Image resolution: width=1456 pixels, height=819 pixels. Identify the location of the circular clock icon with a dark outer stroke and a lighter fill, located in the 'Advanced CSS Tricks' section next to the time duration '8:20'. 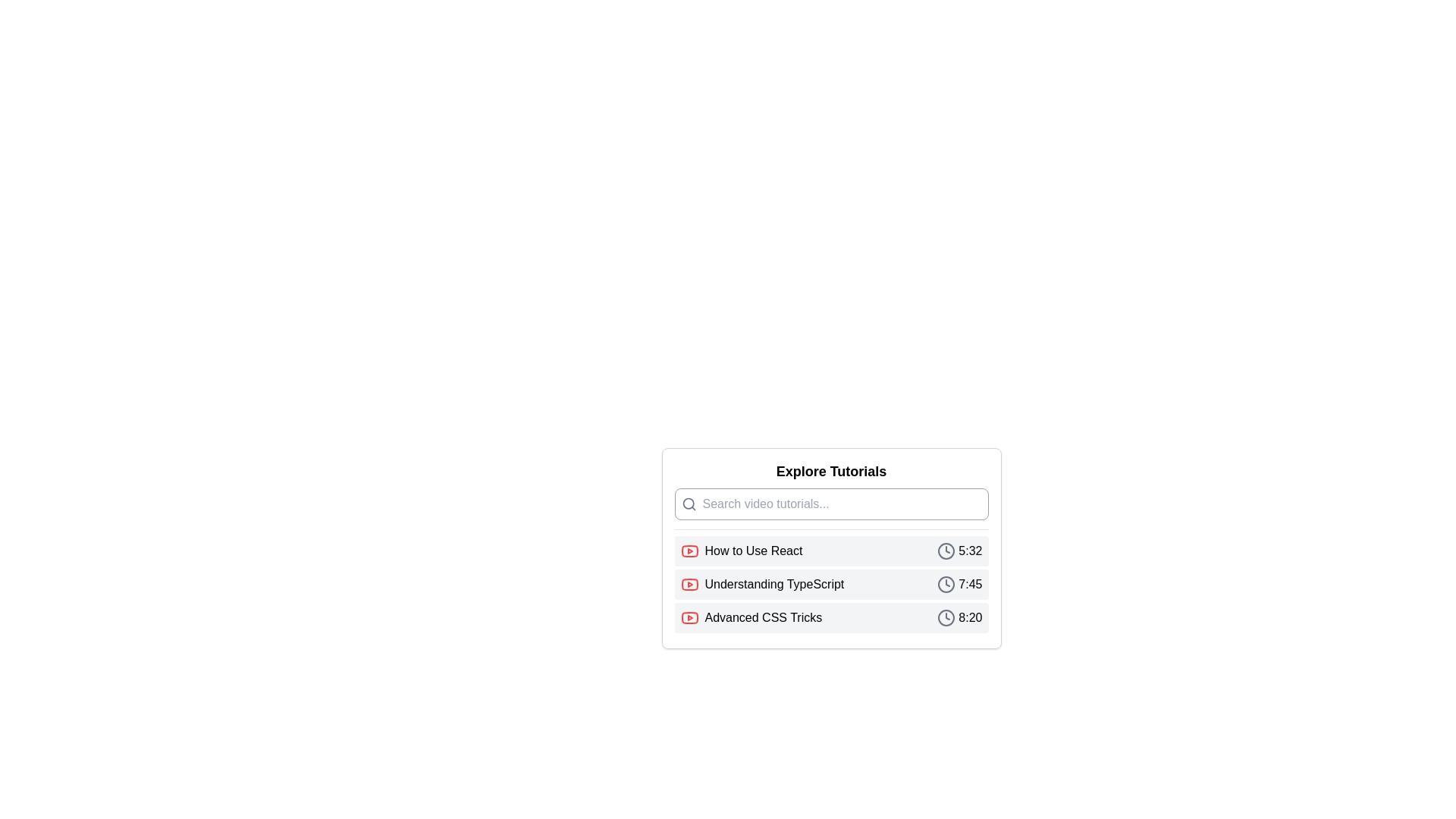
(946, 617).